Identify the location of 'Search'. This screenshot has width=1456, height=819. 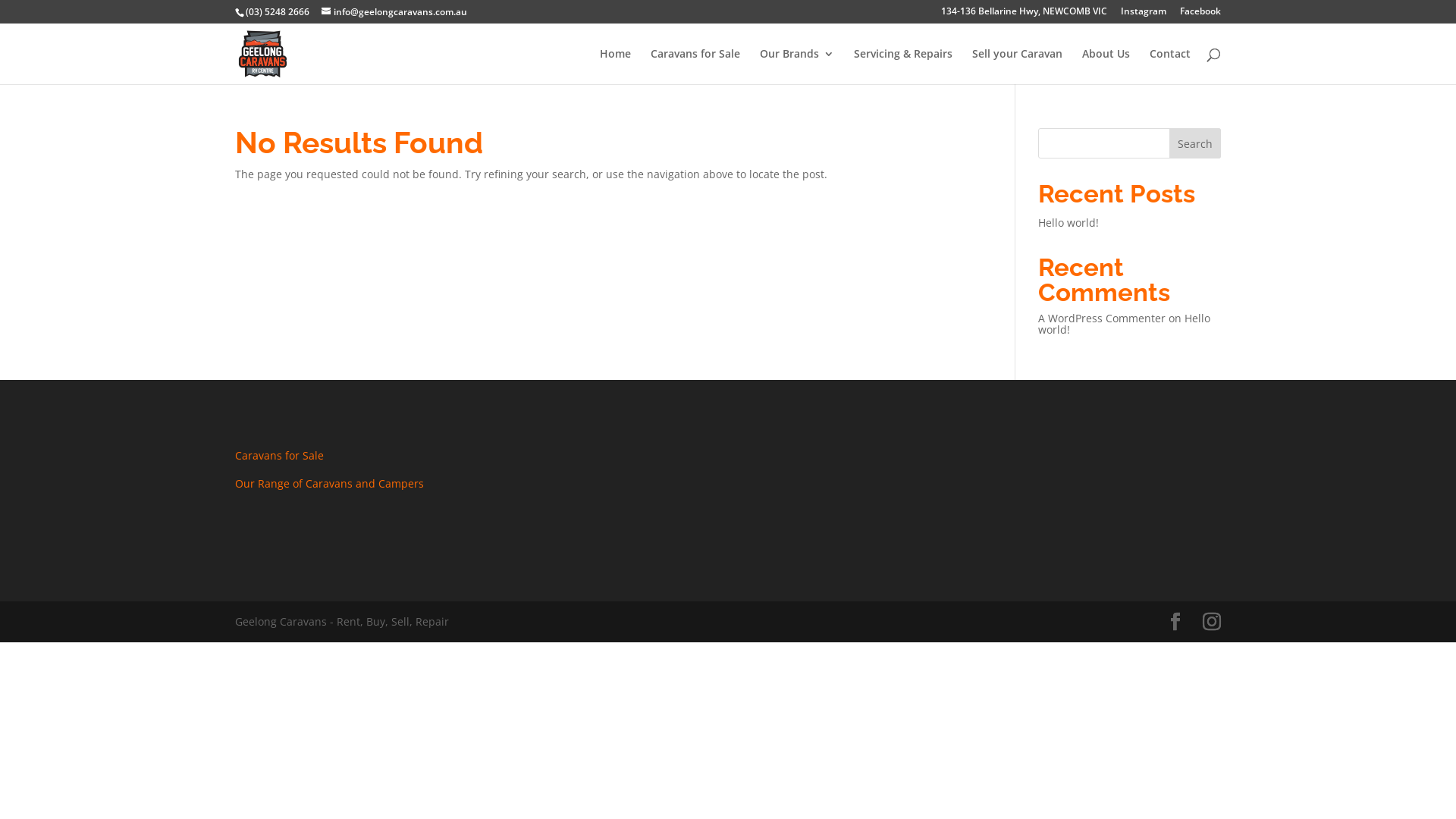
(1168, 143).